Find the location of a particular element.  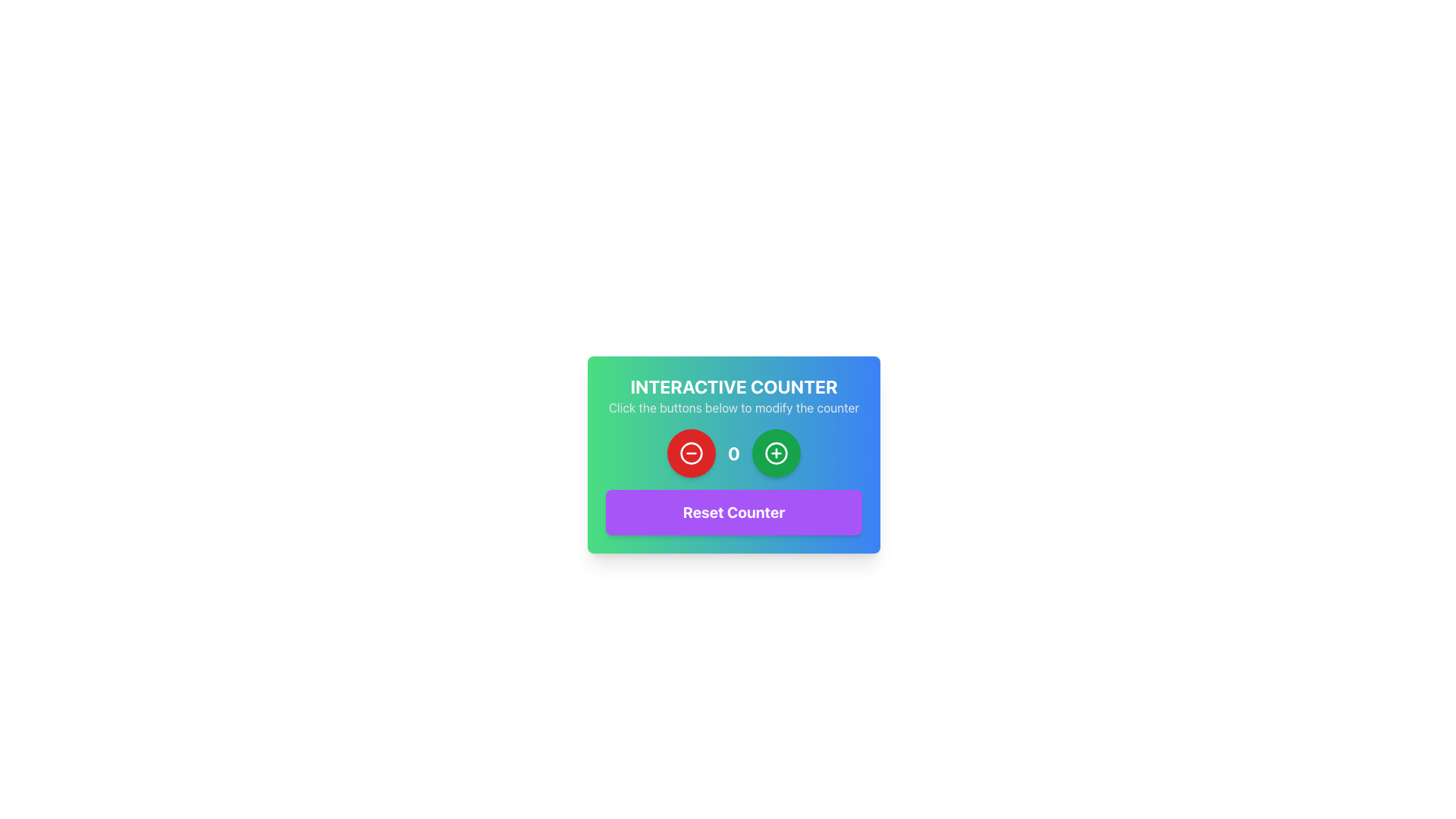

displayed text in the header located at the top-most position above the interactive counter buttons is located at coordinates (734, 394).